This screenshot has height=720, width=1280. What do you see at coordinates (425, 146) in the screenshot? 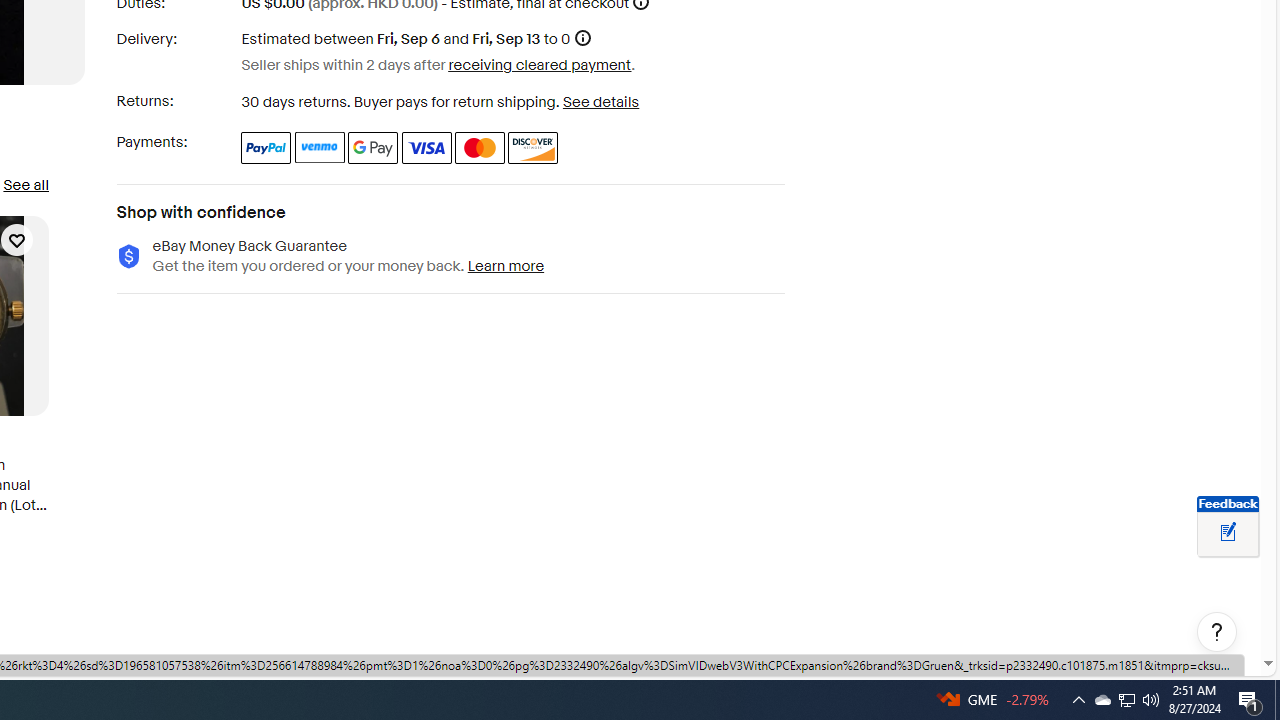
I see `'Visa'` at bounding box center [425, 146].